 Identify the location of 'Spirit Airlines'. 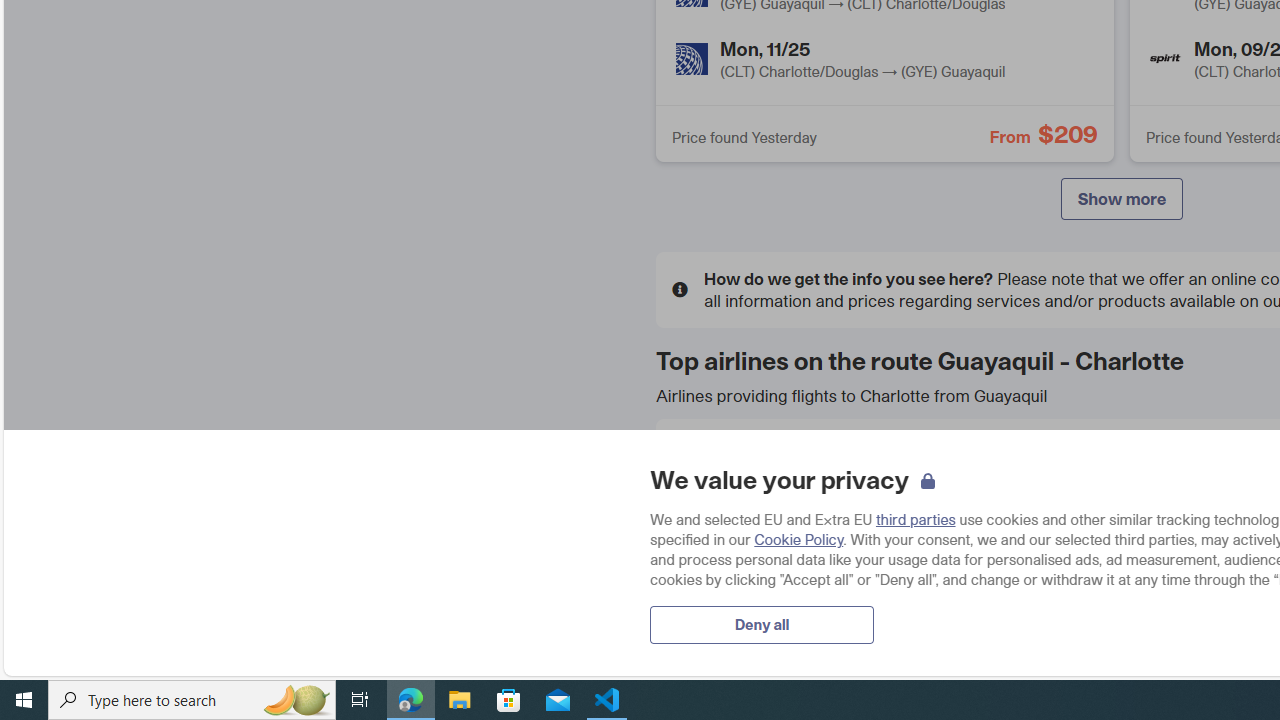
(1165, 58).